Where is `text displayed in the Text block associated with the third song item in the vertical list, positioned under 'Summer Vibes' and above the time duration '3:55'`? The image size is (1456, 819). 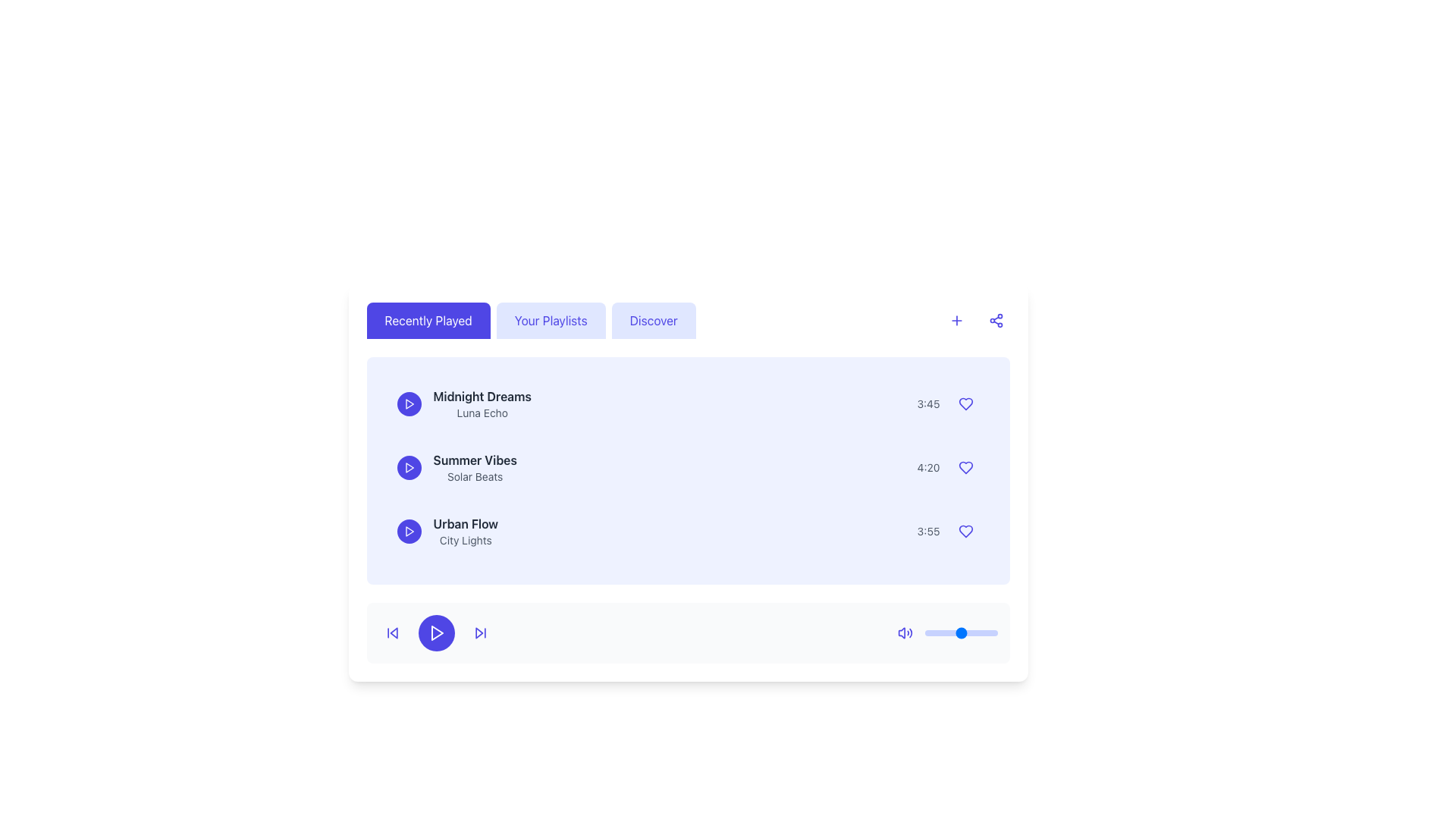
text displayed in the Text block associated with the third song item in the vertical list, positioned under 'Summer Vibes' and above the time duration '3:55' is located at coordinates (447, 531).